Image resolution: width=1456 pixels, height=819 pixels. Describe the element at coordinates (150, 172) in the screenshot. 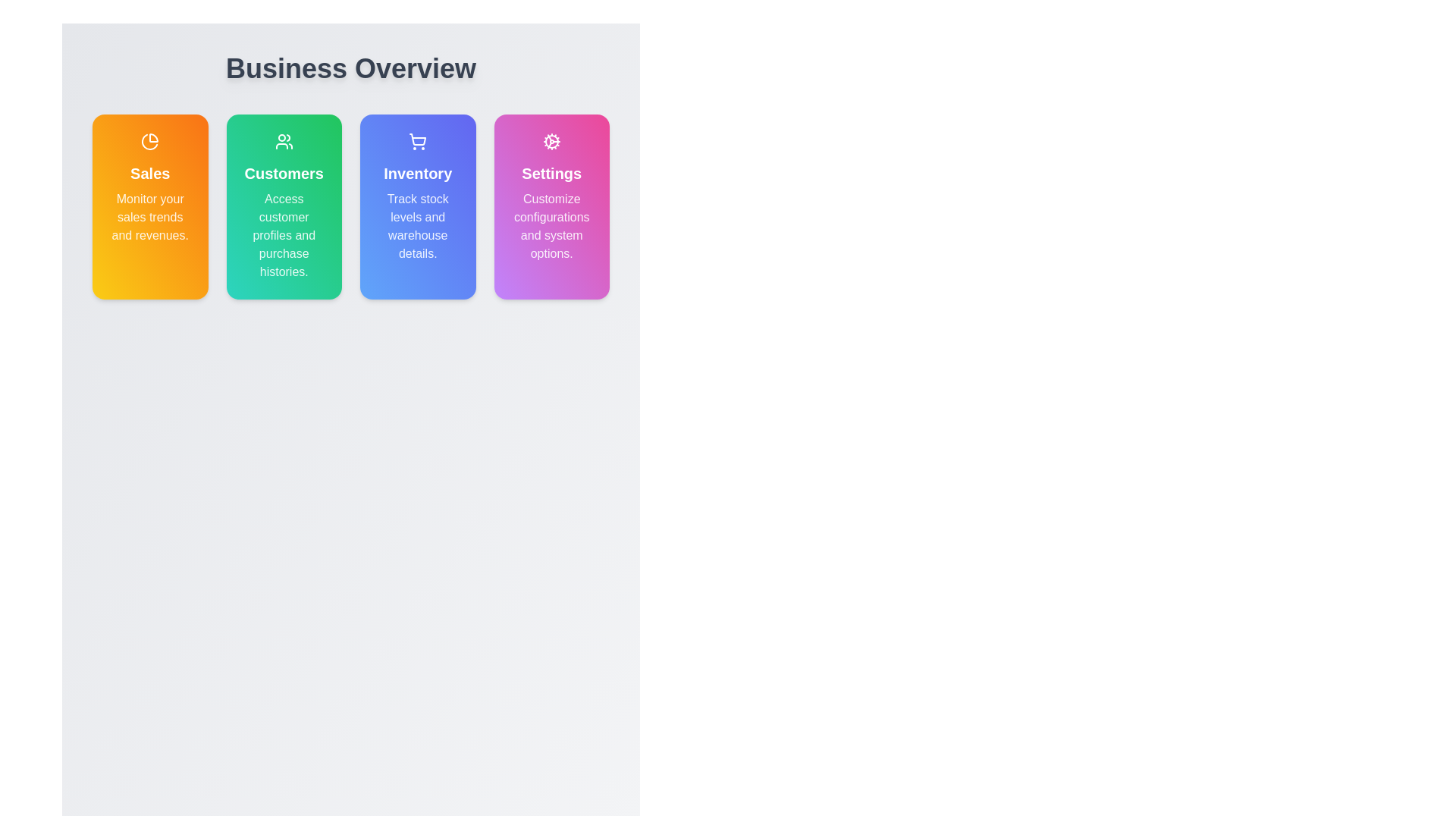

I see `text label displaying 'Sales' in bold white font on an orange background, located centrally in the first orange card` at that location.